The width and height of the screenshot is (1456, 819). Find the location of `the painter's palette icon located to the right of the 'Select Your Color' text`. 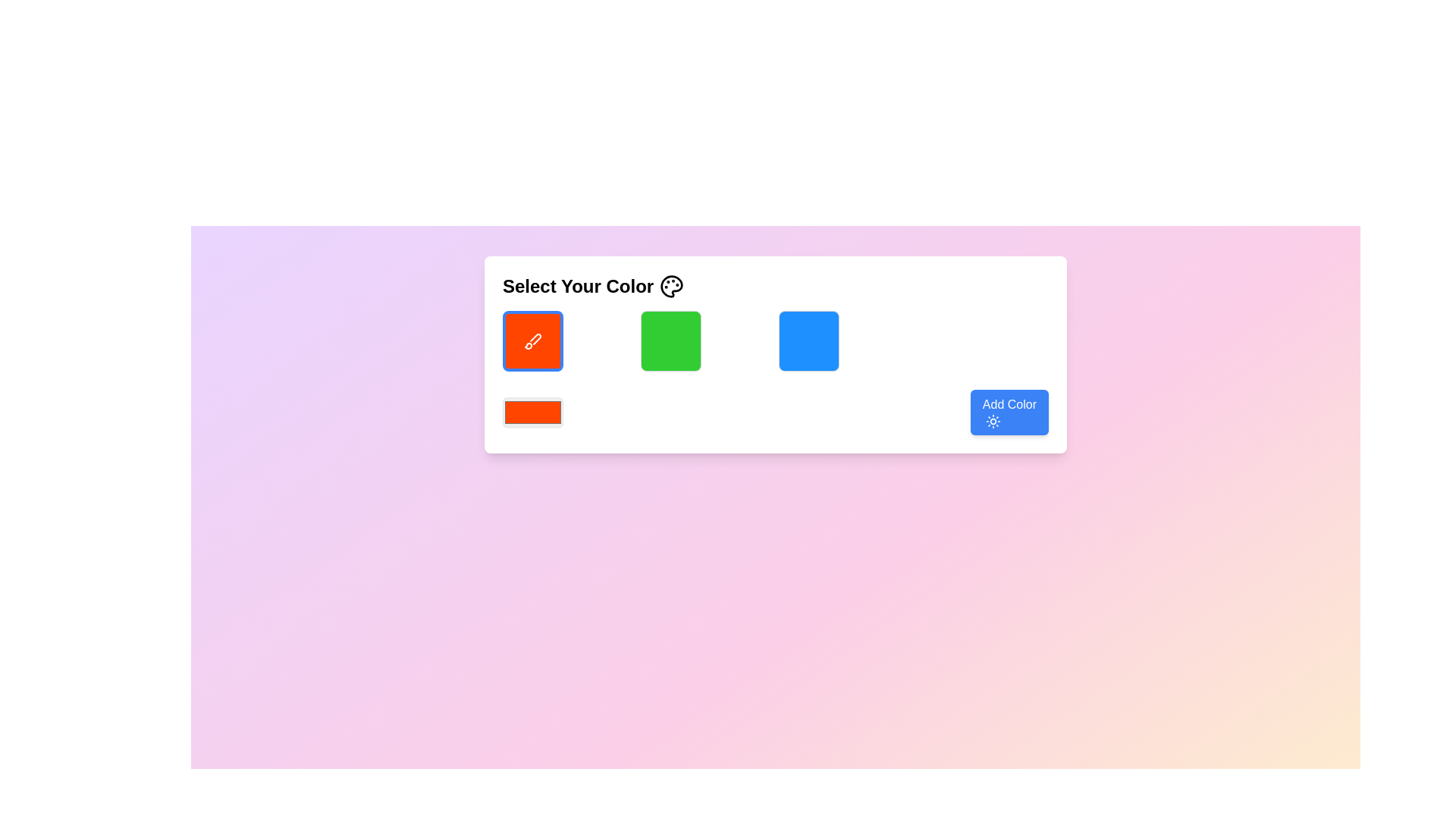

the painter's palette icon located to the right of the 'Select Your Color' text is located at coordinates (671, 287).